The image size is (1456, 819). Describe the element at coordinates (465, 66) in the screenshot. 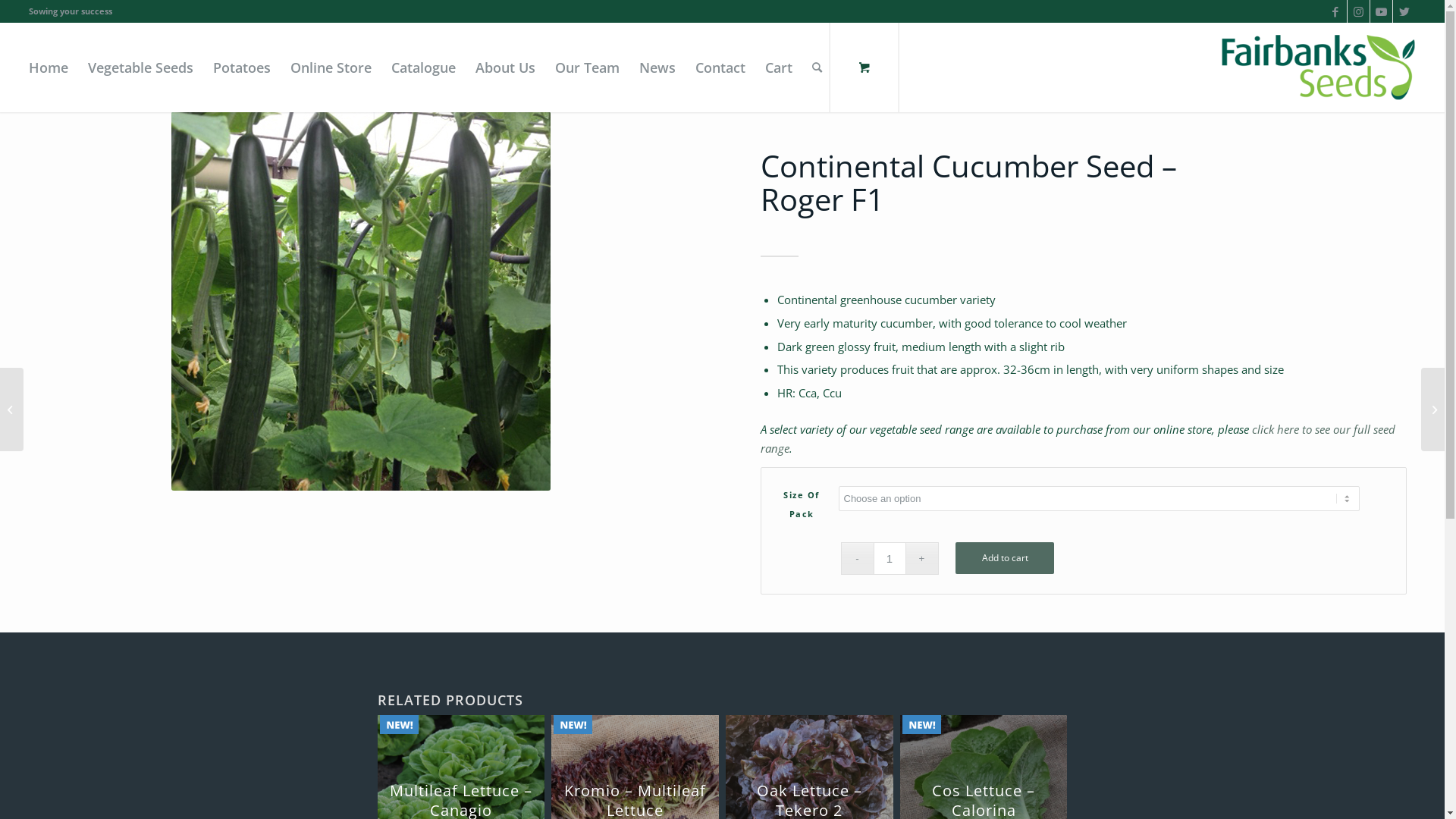

I see `'About Us'` at that location.